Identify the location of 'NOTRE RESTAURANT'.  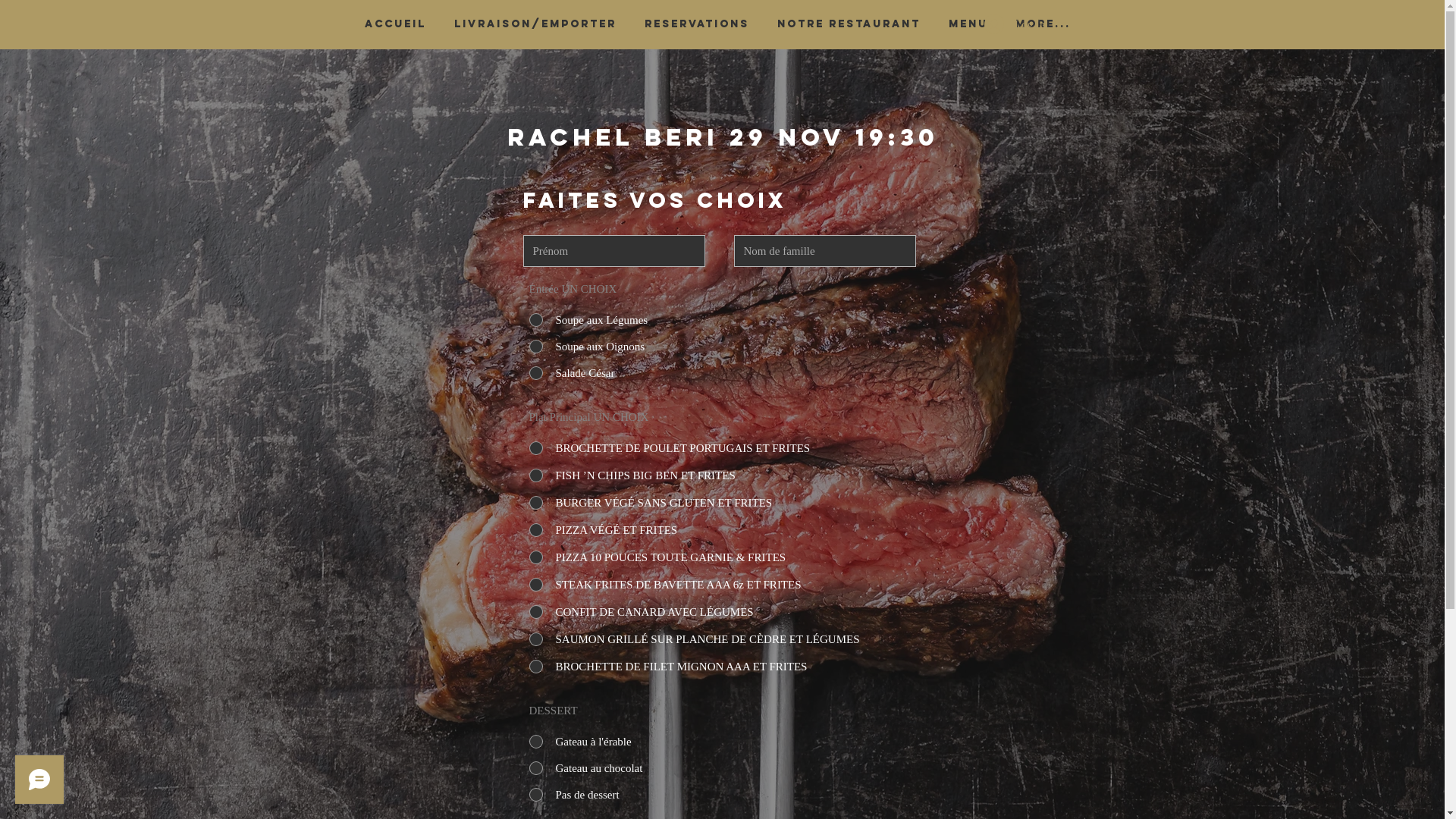
(763, 24).